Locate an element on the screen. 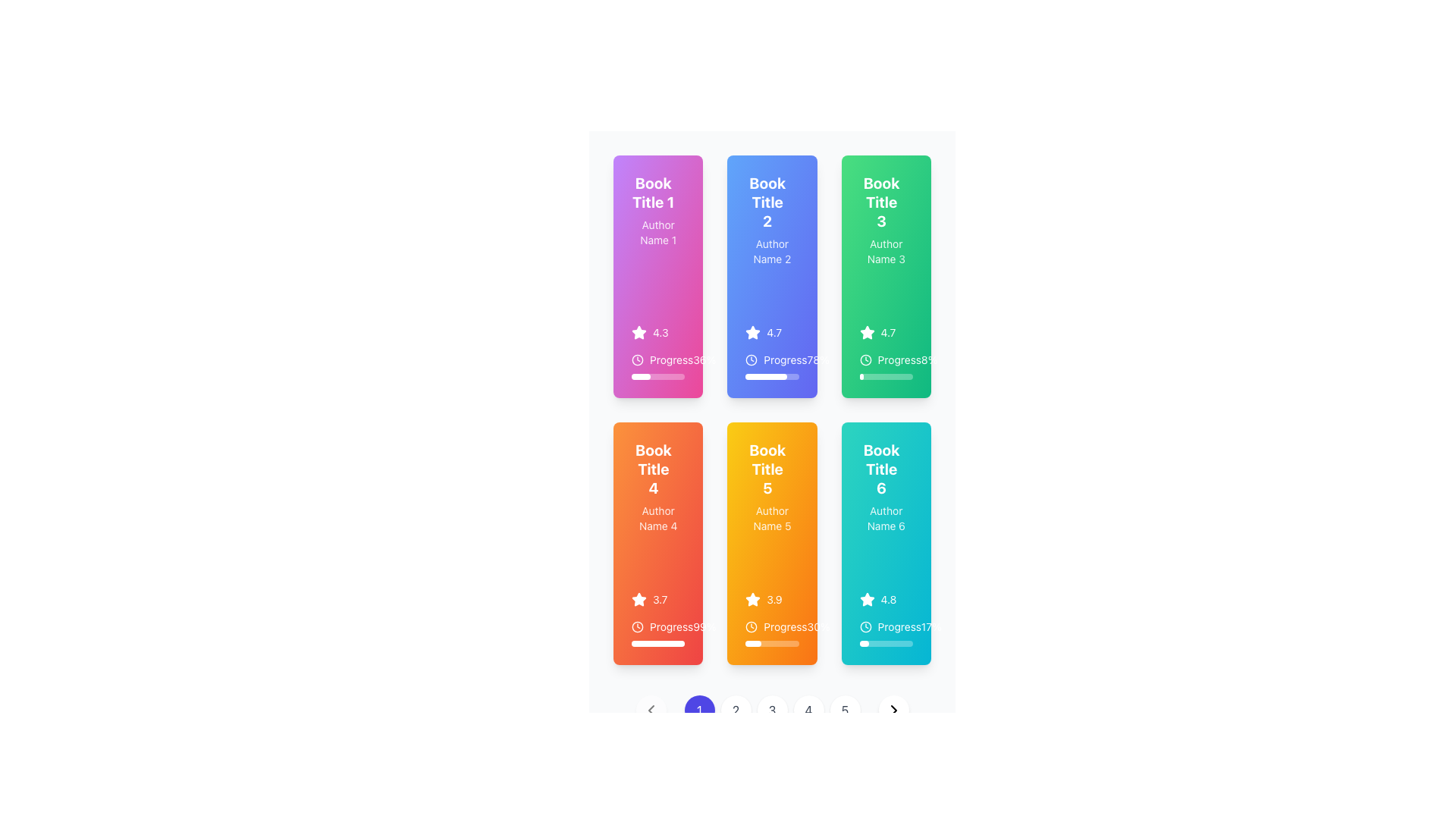  the text label displaying the rating value of the book, located in the bottom section of the first card in the top-left corner, to the right of the star icon is located at coordinates (661, 332).